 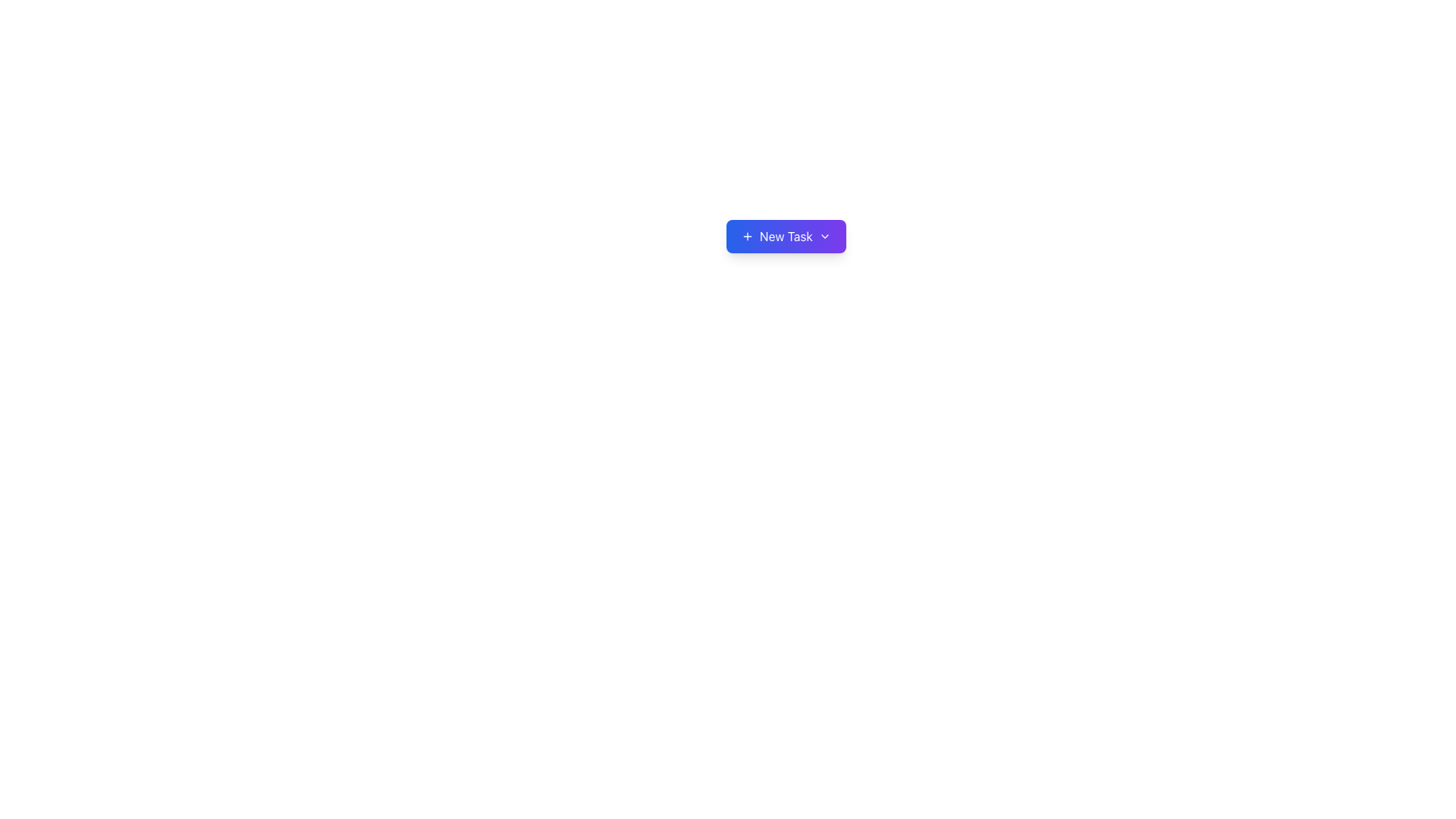 What do you see at coordinates (824, 237) in the screenshot?
I see `the downward-pointing chevron icon located to the right of the 'New Task' button` at bounding box center [824, 237].